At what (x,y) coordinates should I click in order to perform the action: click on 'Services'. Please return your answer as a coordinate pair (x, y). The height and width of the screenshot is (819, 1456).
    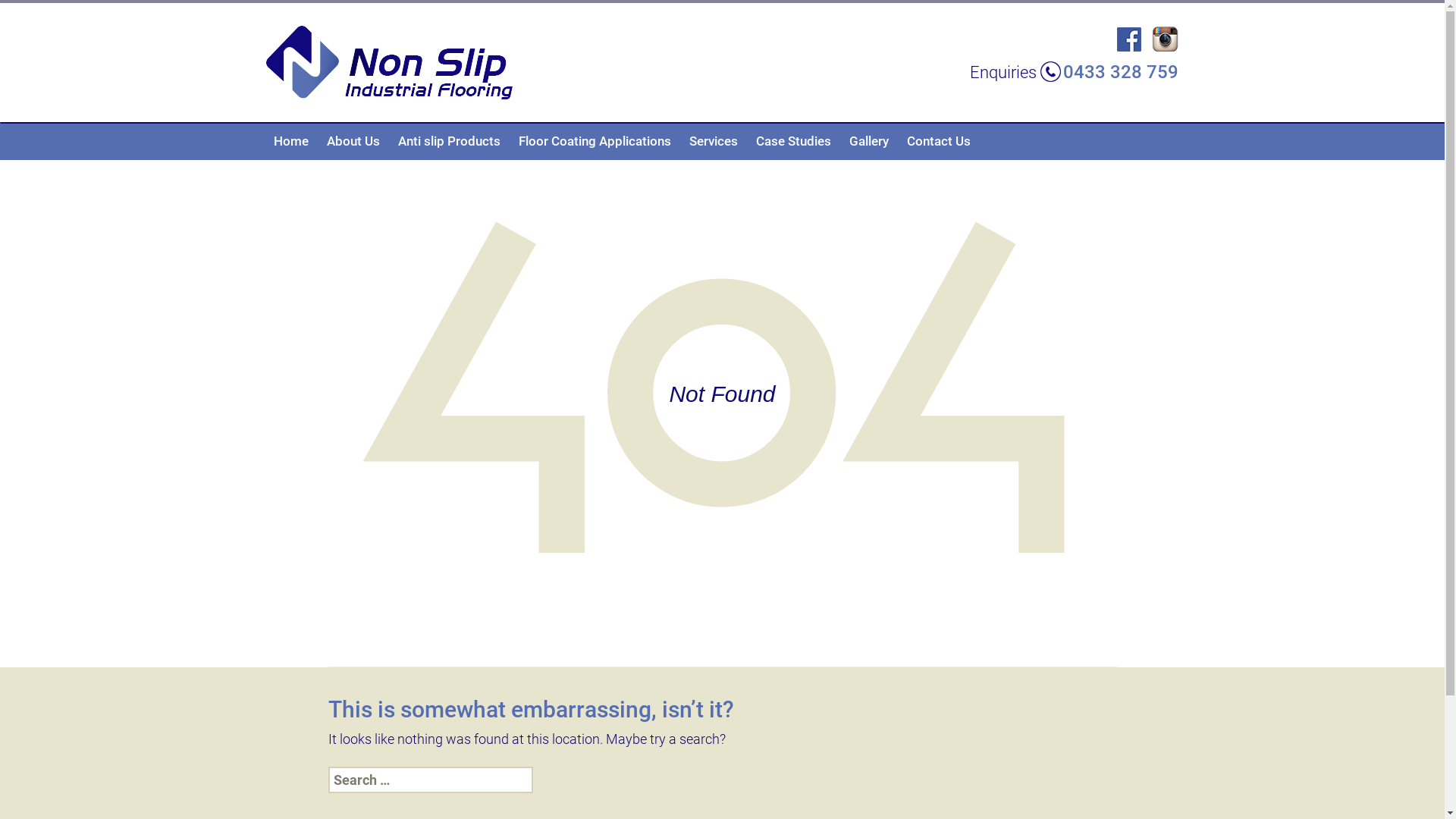
    Looking at the image, I should click on (680, 141).